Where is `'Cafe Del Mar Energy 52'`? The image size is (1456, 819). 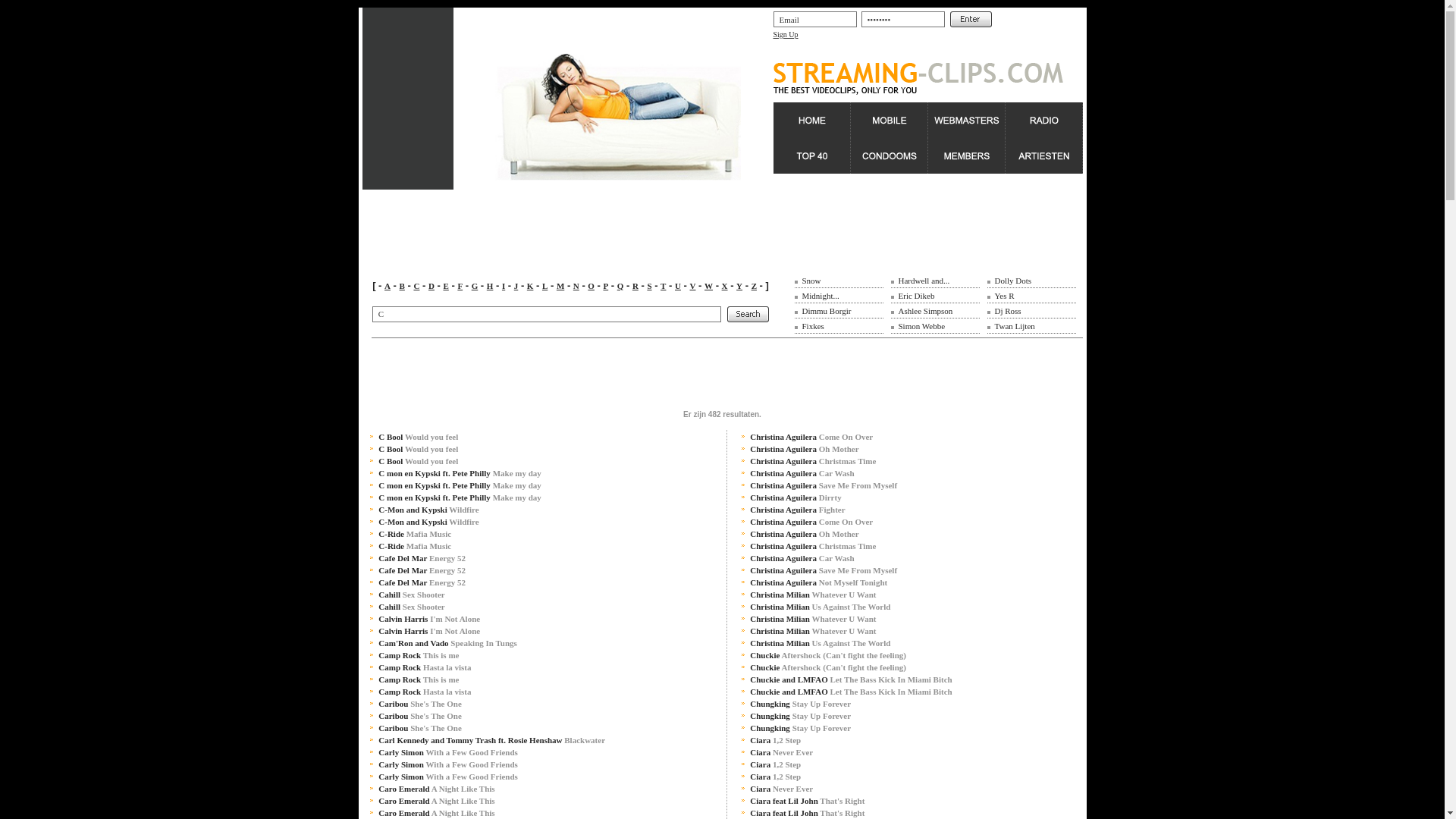 'Cafe Del Mar Energy 52' is located at coordinates (422, 558).